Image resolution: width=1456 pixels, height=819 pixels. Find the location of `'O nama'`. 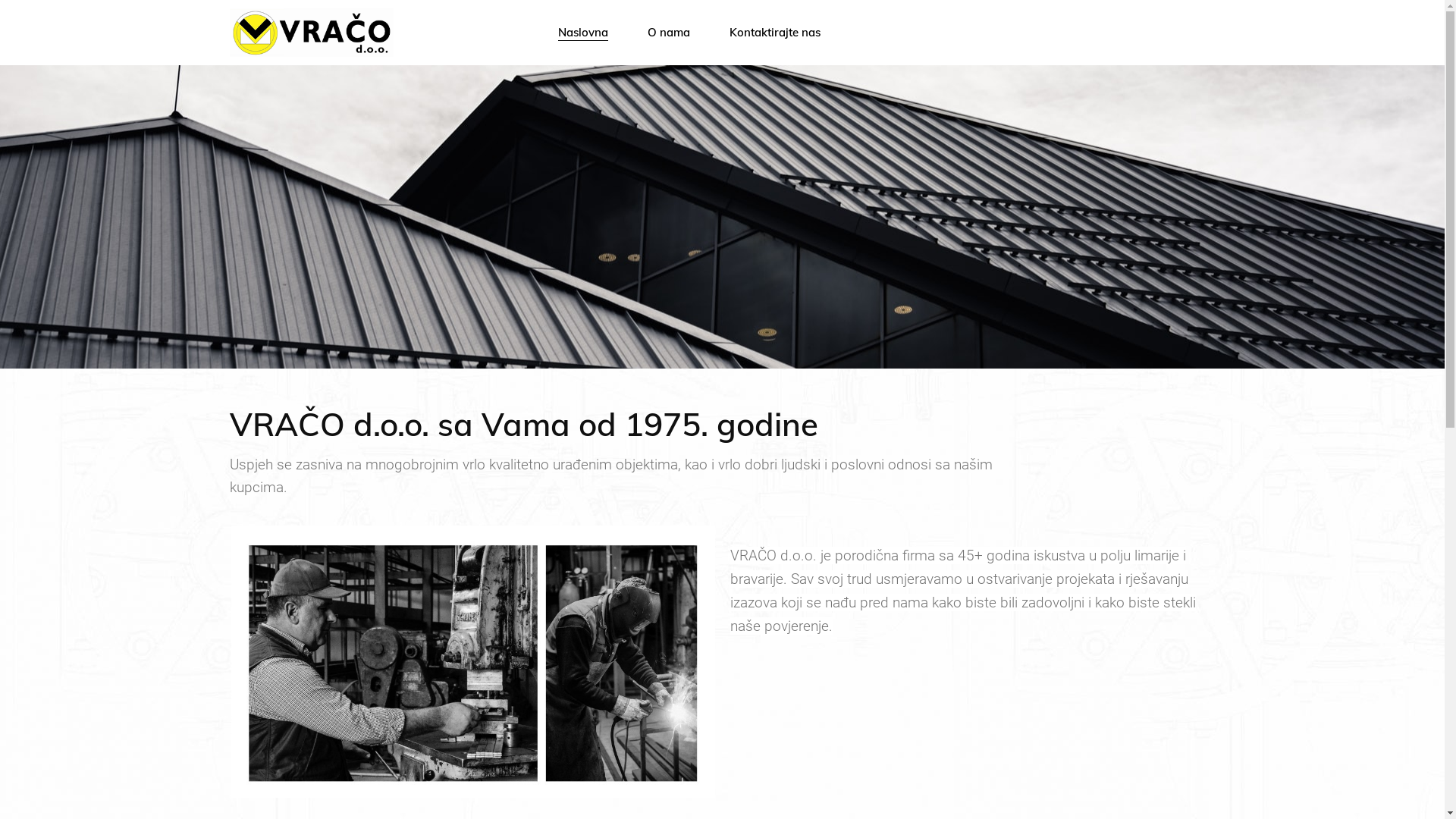

'O nama' is located at coordinates (668, 32).